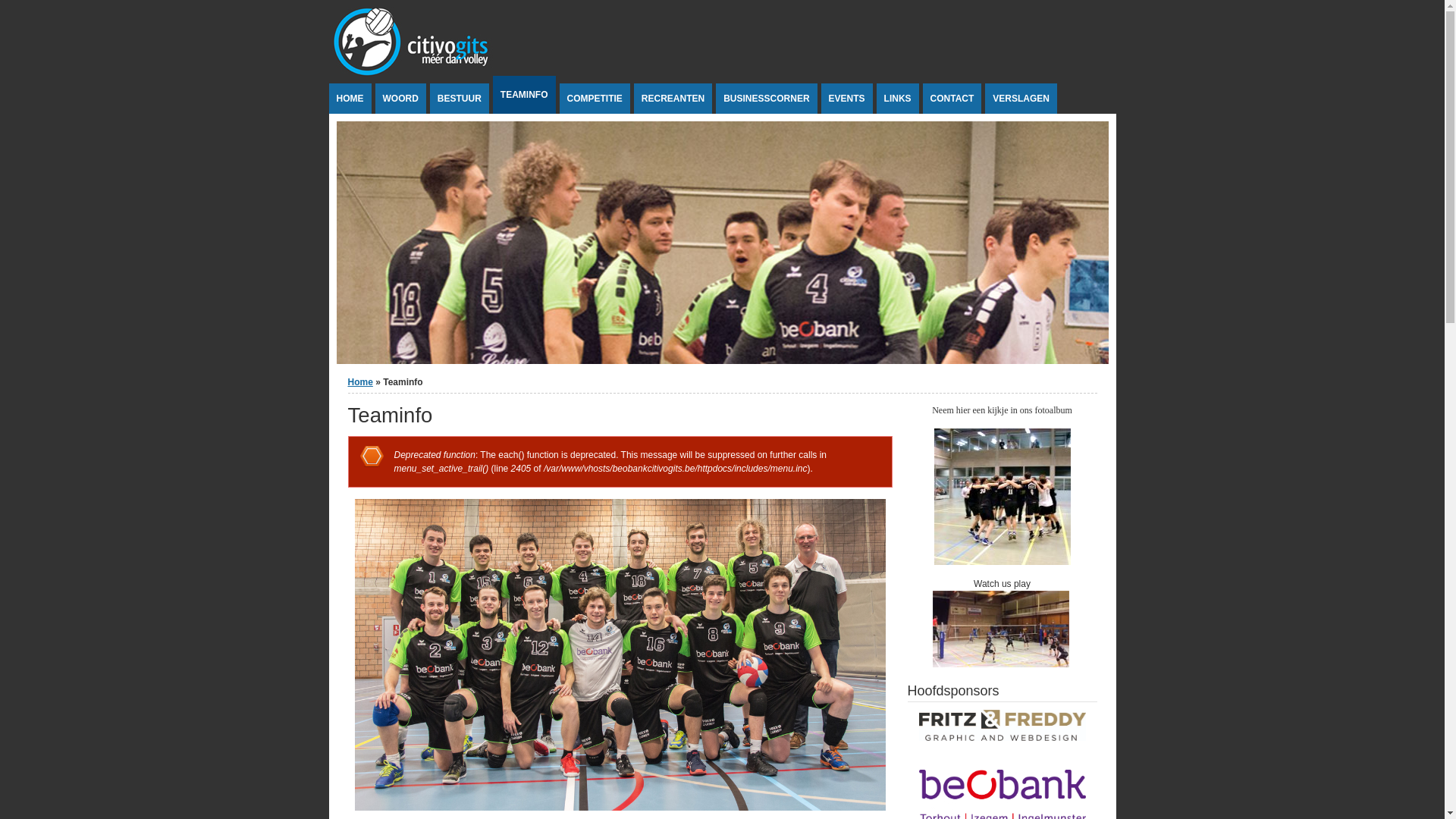  Describe the element at coordinates (918, 742) in the screenshot. I see `'Fritz and Freddy'` at that location.